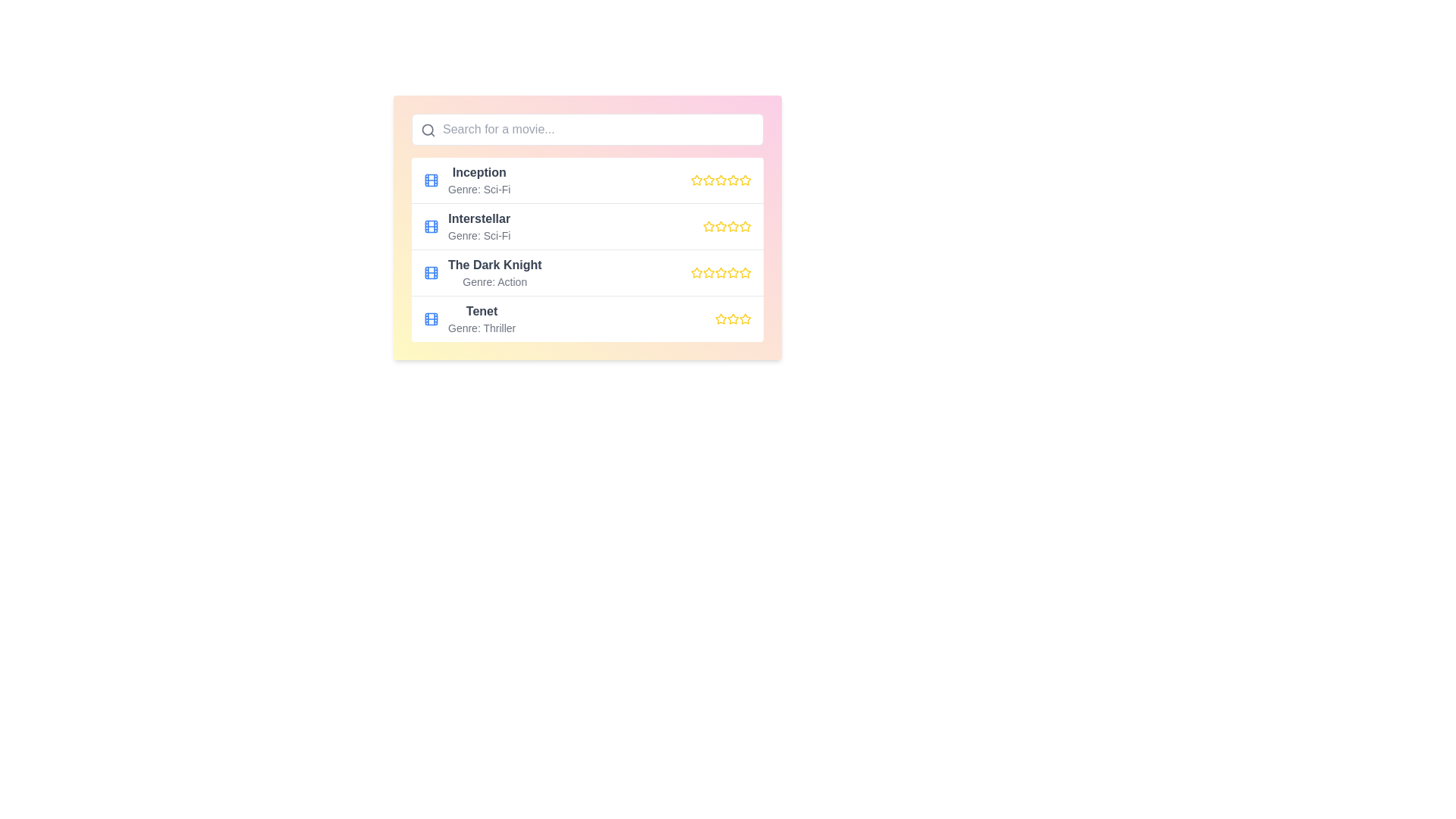  Describe the element at coordinates (720, 271) in the screenshot. I see `the third star icon in the rating section for the movie 'The Dark Knight'` at that location.